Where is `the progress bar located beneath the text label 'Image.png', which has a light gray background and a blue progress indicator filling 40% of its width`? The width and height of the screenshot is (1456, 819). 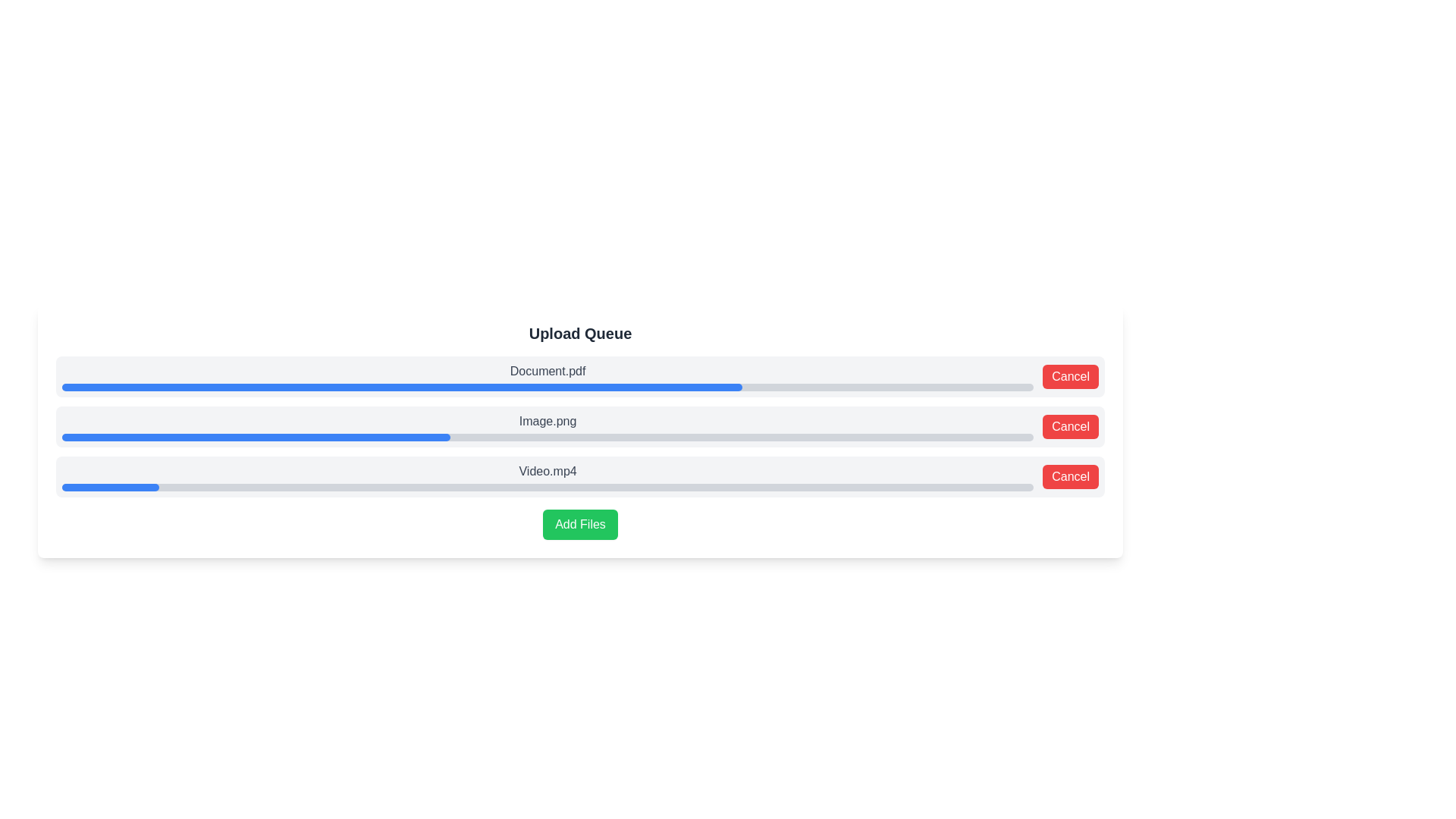 the progress bar located beneath the text label 'Image.png', which has a light gray background and a blue progress indicator filling 40% of its width is located at coordinates (547, 438).